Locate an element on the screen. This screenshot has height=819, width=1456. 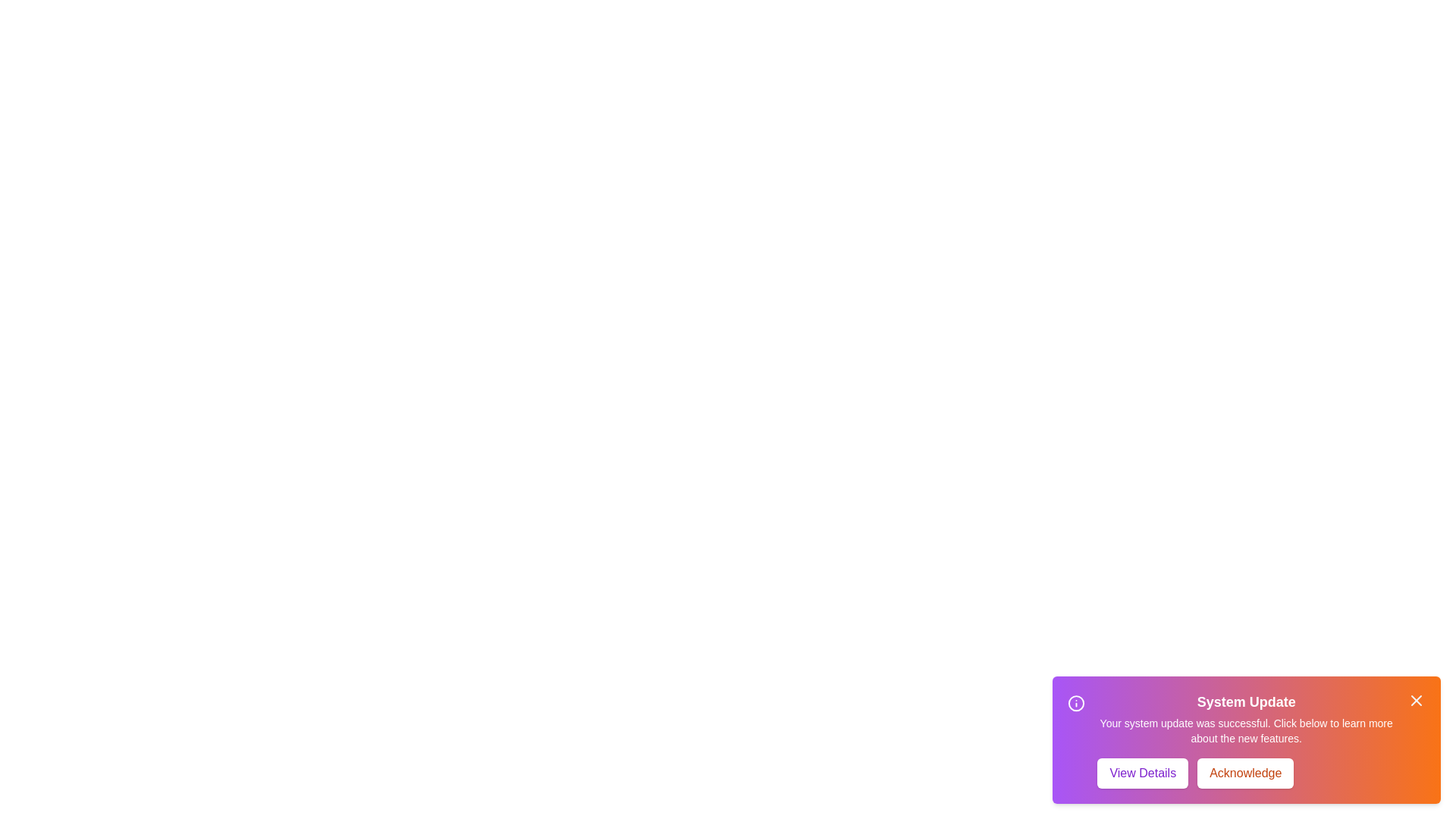
close button on the notification to dismiss it is located at coordinates (1415, 701).